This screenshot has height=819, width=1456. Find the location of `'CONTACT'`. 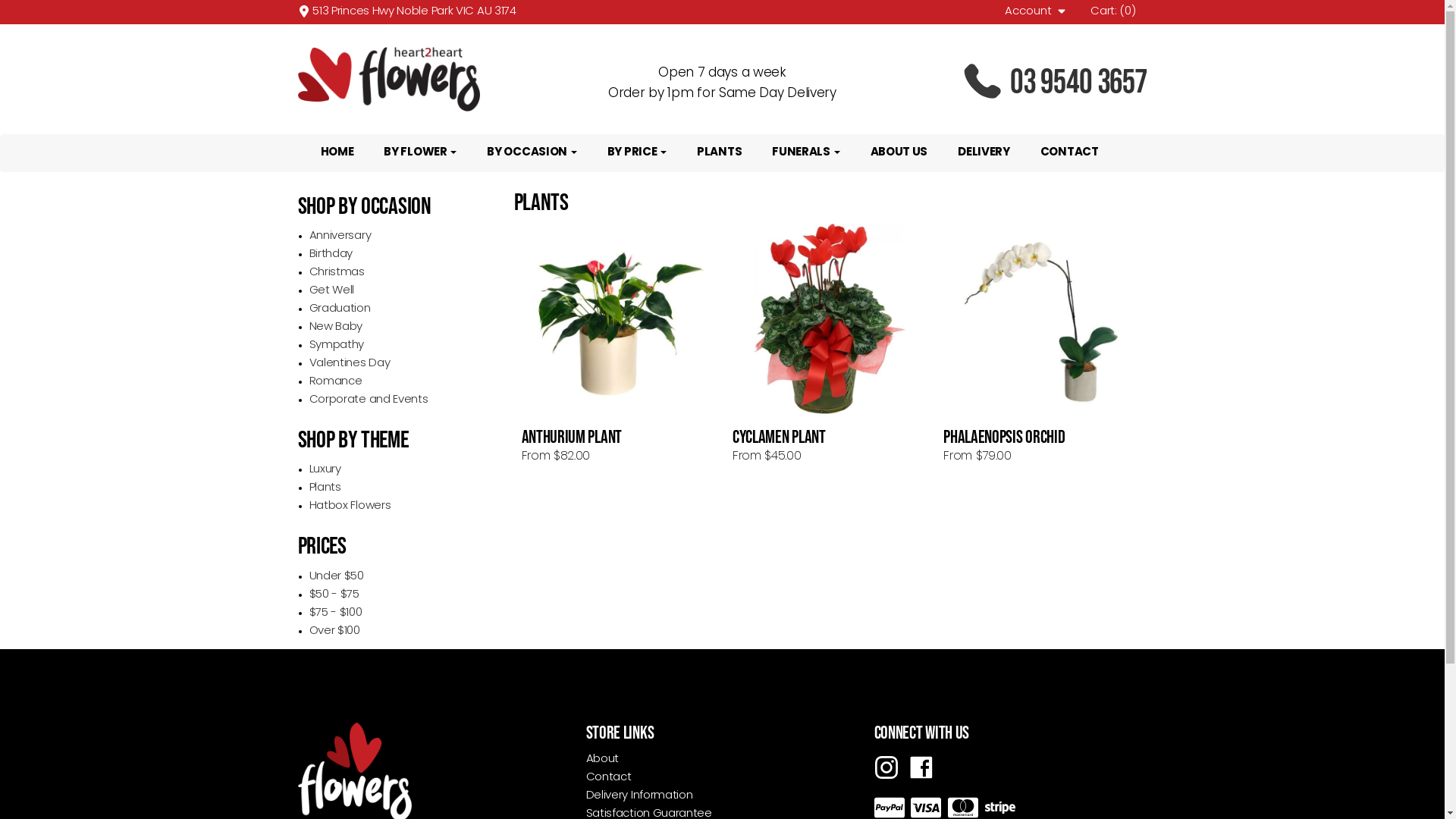

'CONTACT' is located at coordinates (1068, 152).